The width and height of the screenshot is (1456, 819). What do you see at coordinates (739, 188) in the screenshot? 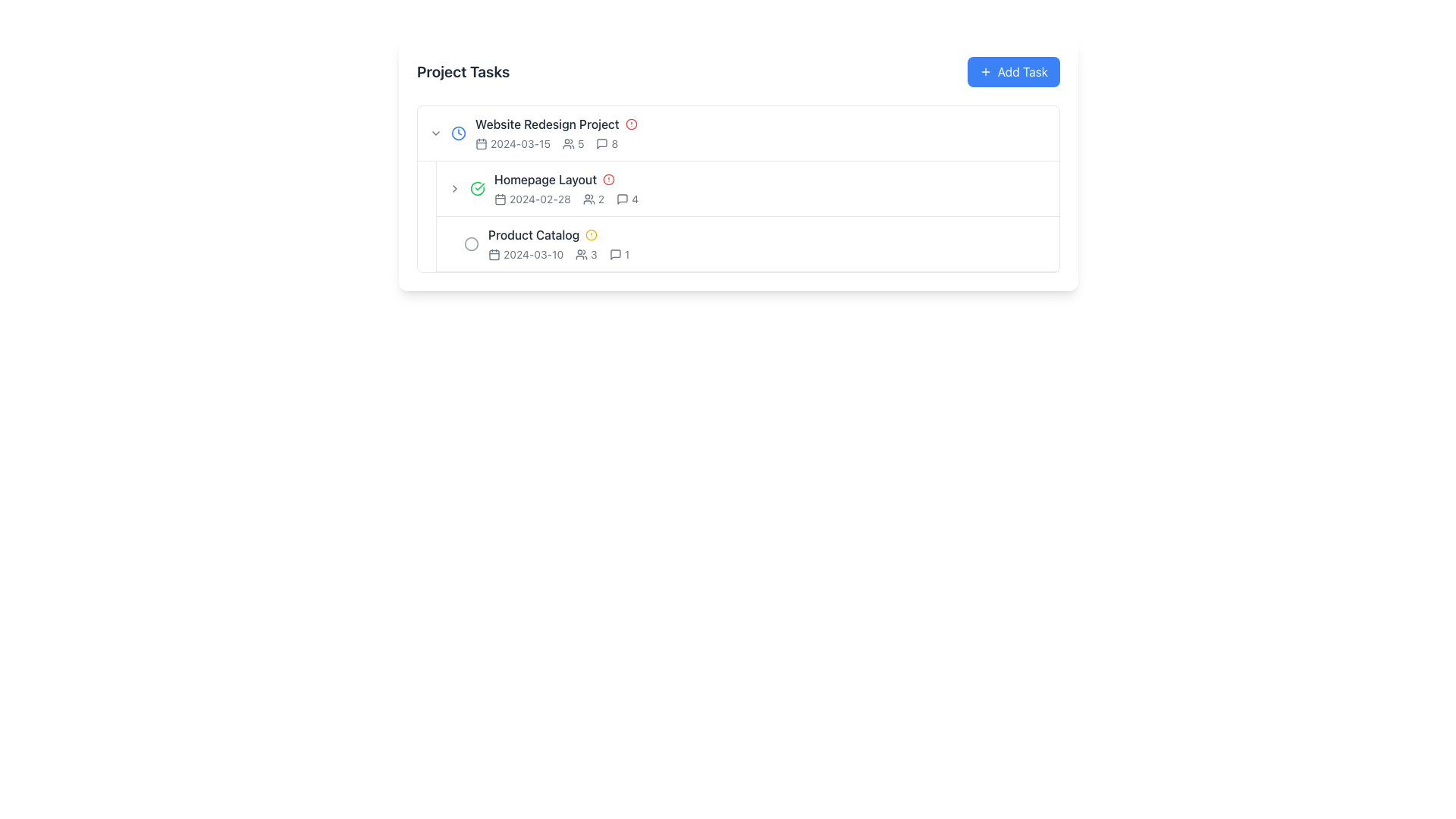
I see `the 'Homepage Layout' task list item` at bounding box center [739, 188].